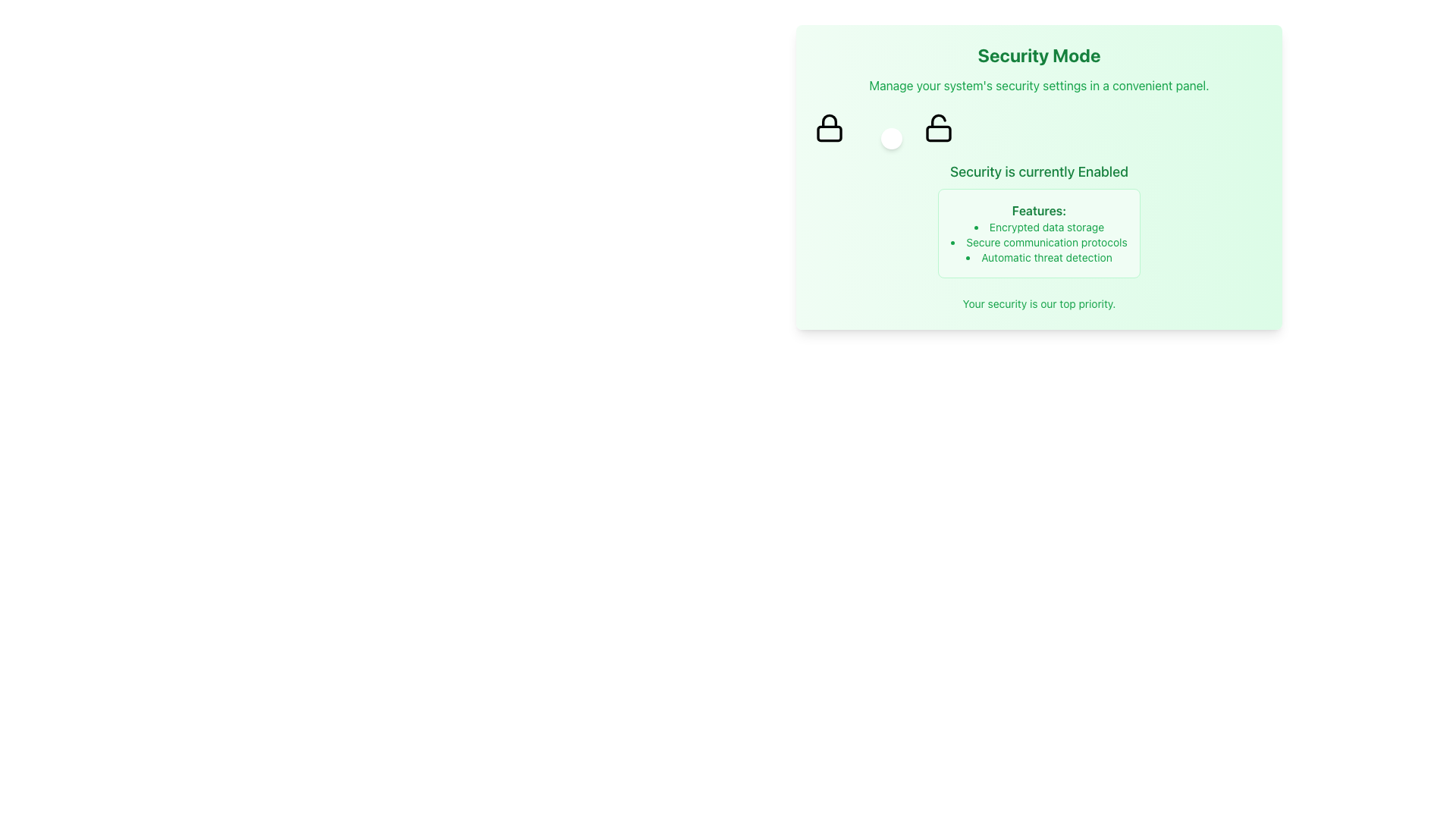 The image size is (1456, 819). What do you see at coordinates (1038, 171) in the screenshot?
I see `the Static Text Label displaying 'Security is currently Enabled', which is styled in prominent green and located in the upper-right portion of the interface` at bounding box center [1038, 171].